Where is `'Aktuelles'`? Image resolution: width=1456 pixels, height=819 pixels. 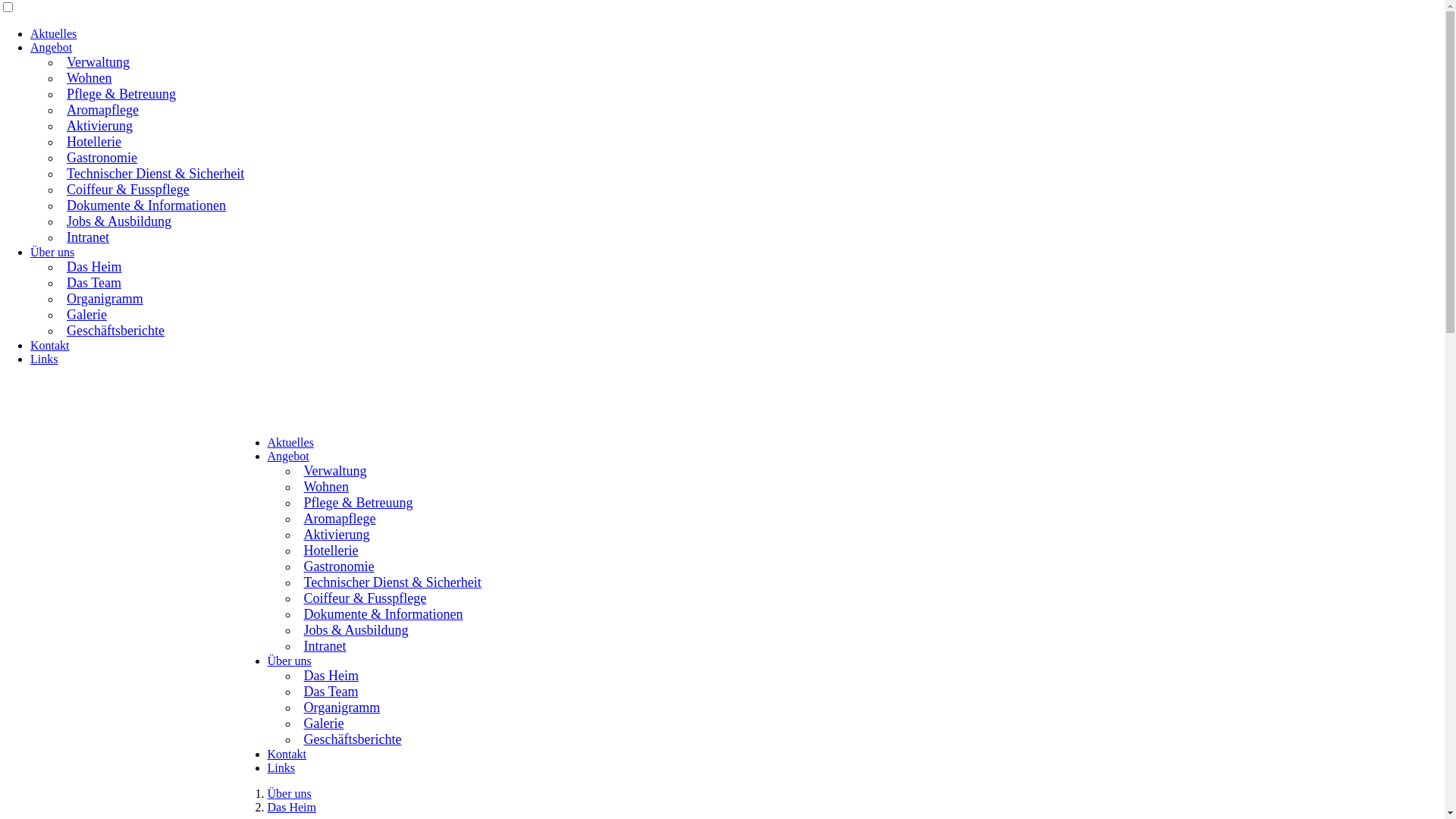
'Aktuelles' is located at coordinates (53, 33).